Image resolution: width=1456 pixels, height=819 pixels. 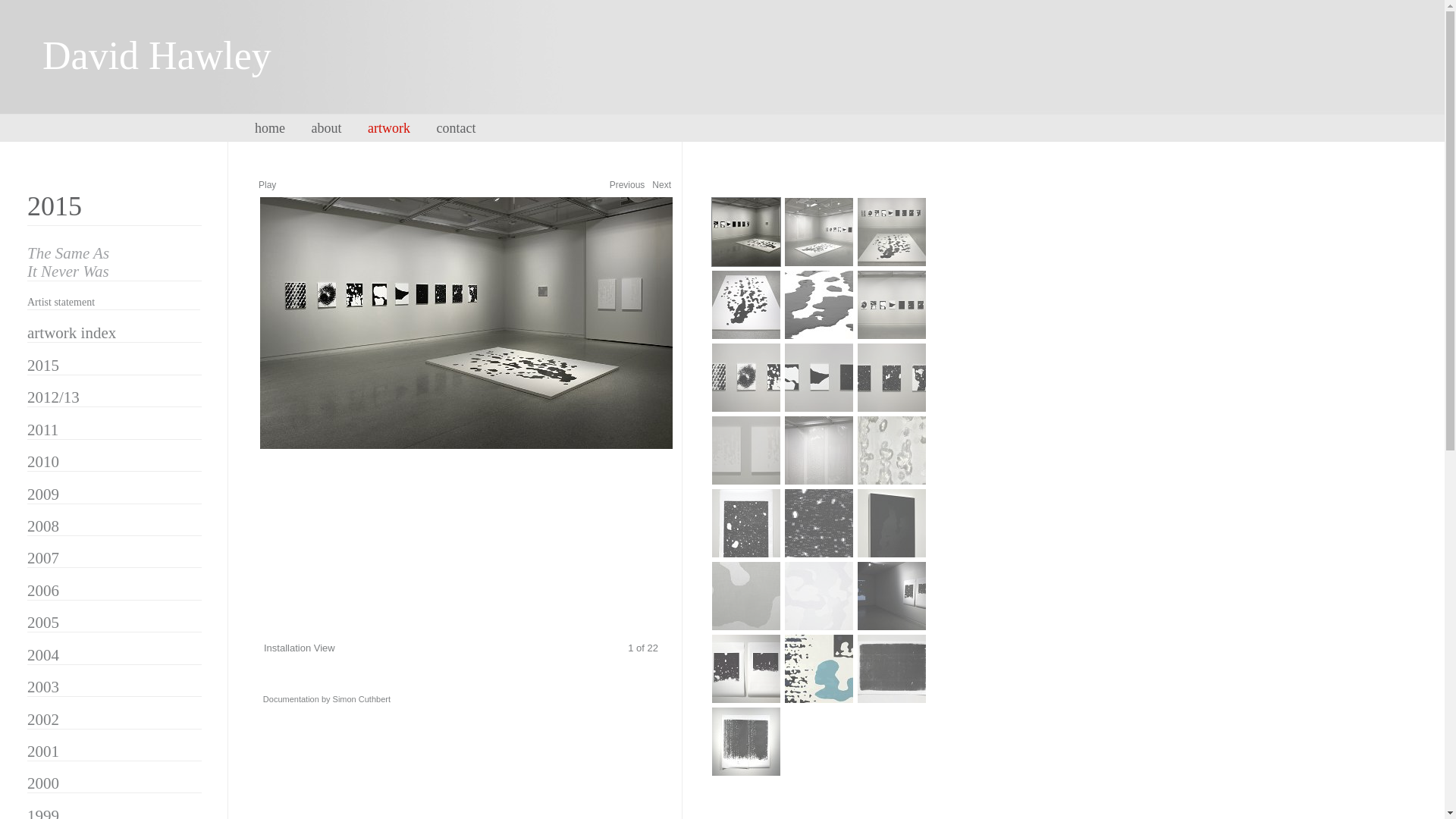 I want to click on '09 (2)', so click(x=856, y=376).